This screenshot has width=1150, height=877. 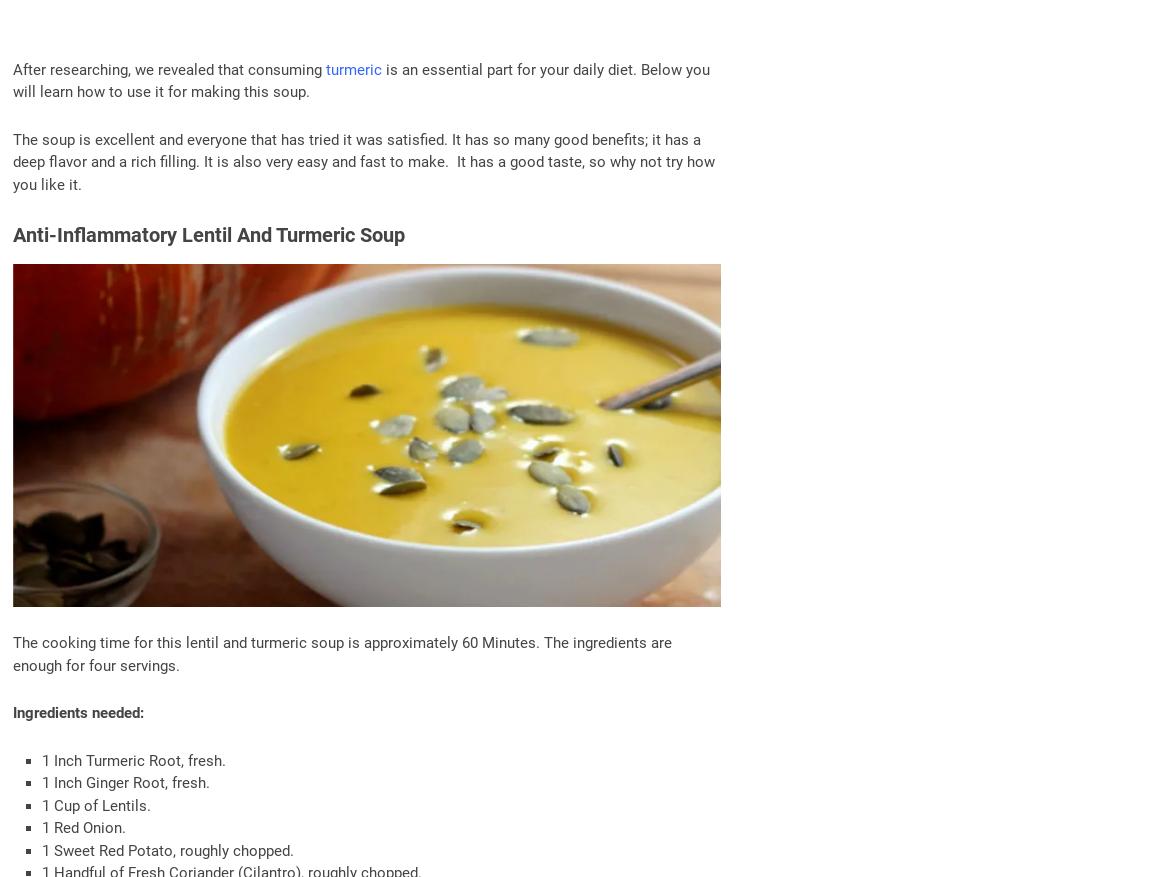 I want to click on 'Ingredients needed:', so click(x=77, y=712).